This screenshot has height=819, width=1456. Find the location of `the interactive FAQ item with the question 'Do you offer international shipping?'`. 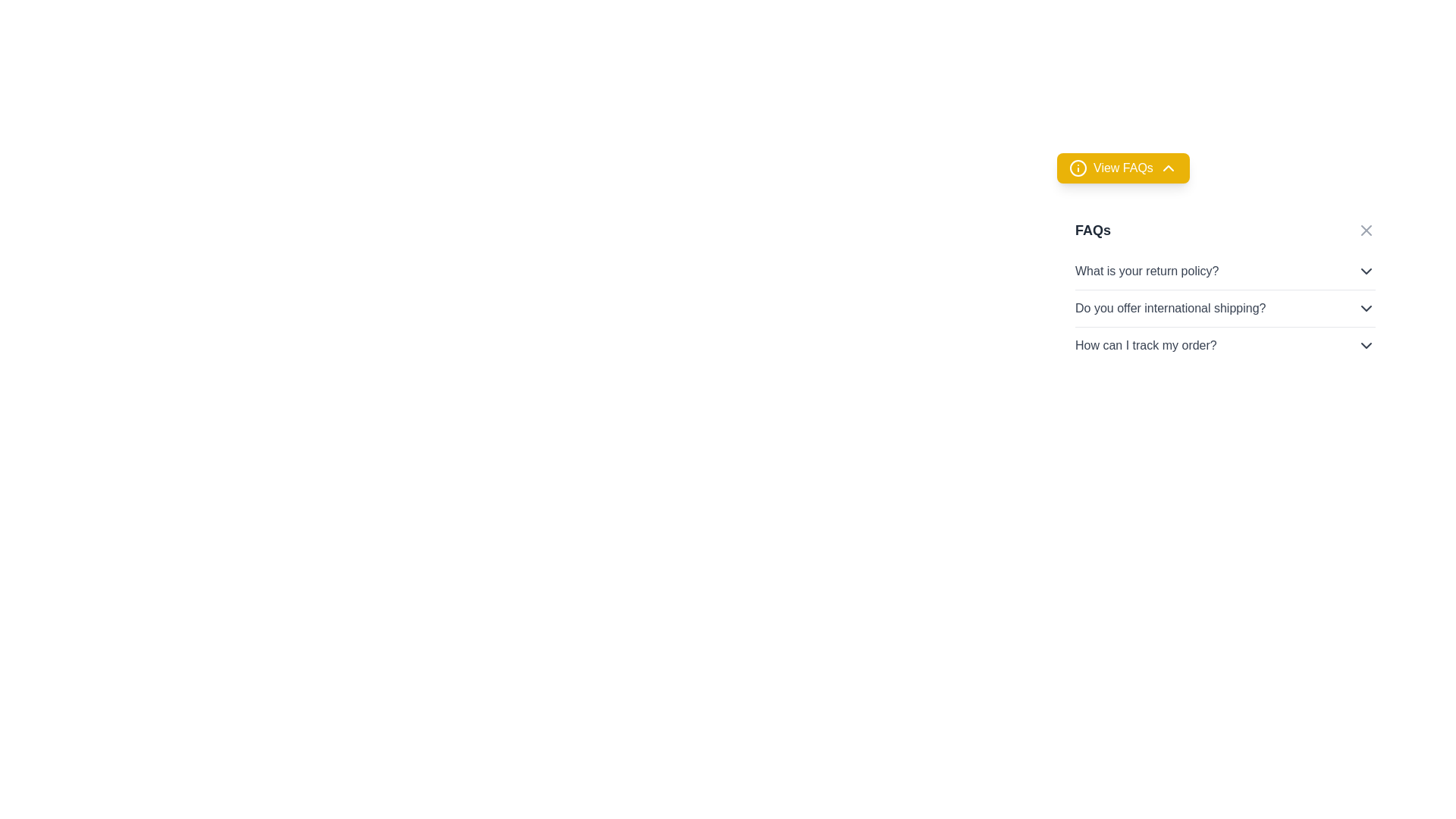

the interactive FAQ item with the question 'Do you offer international shipping?' is located at coordinates (1225, 308).